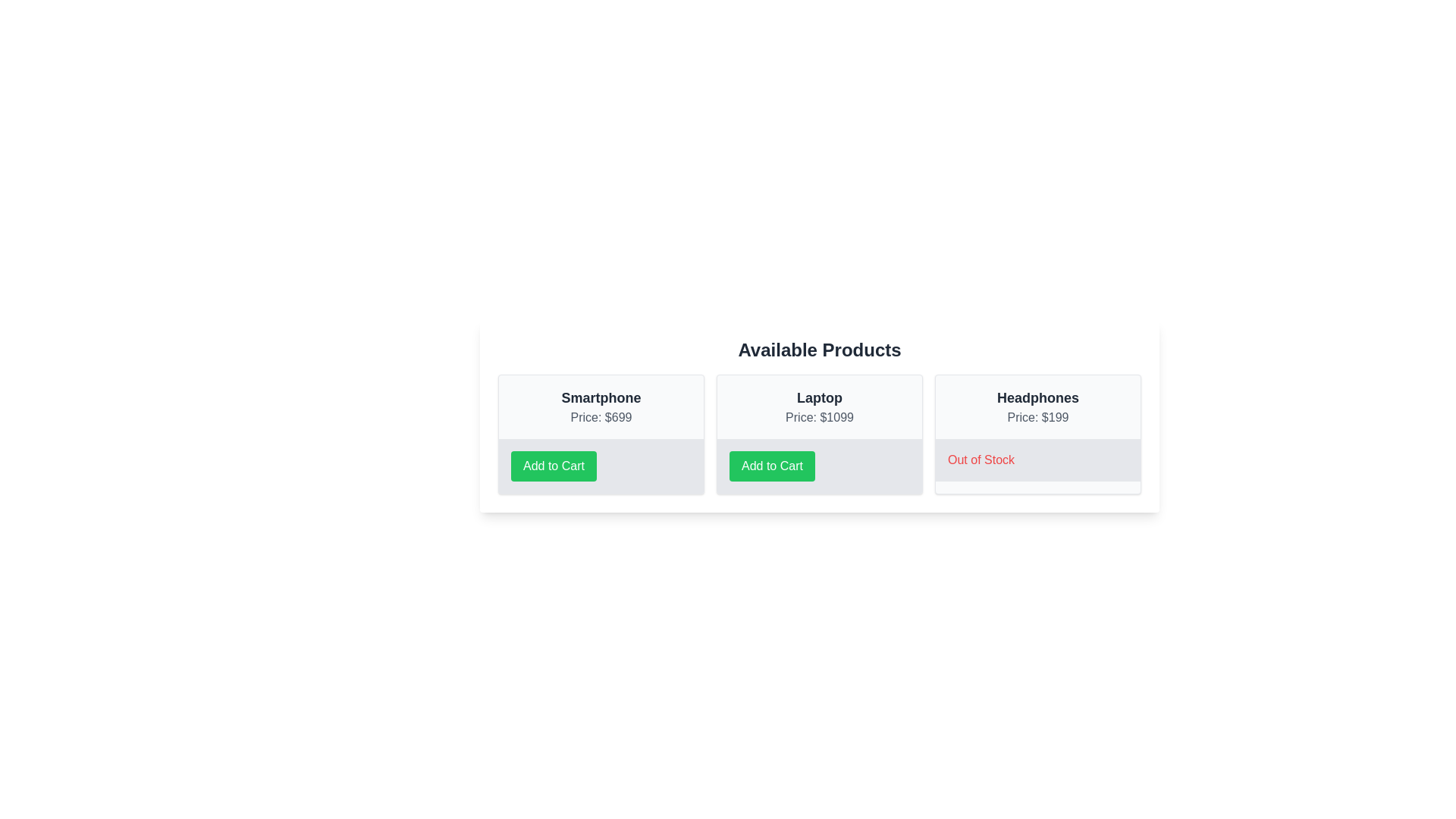 The height and width of the screenshot is (819, 1456). I want to click on the 'Out of Stock' text label, which has a light-gray background and bold red font, located in the bottom-right corner of the 'Headphones' product card, so click(1037, 459).